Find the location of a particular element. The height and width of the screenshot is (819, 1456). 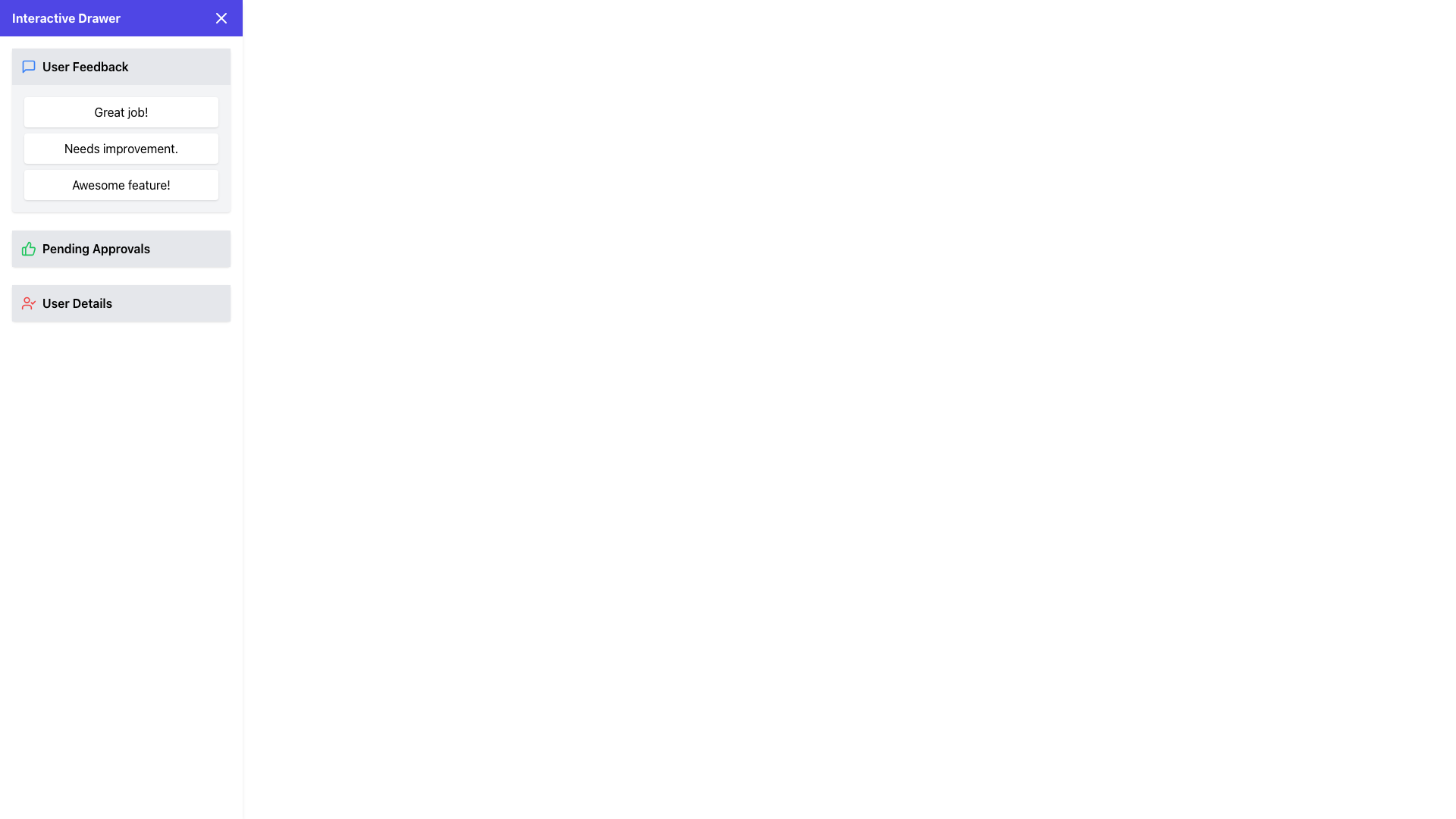

the 'User Feedback' interactive header is located at coordinates (120, 66).